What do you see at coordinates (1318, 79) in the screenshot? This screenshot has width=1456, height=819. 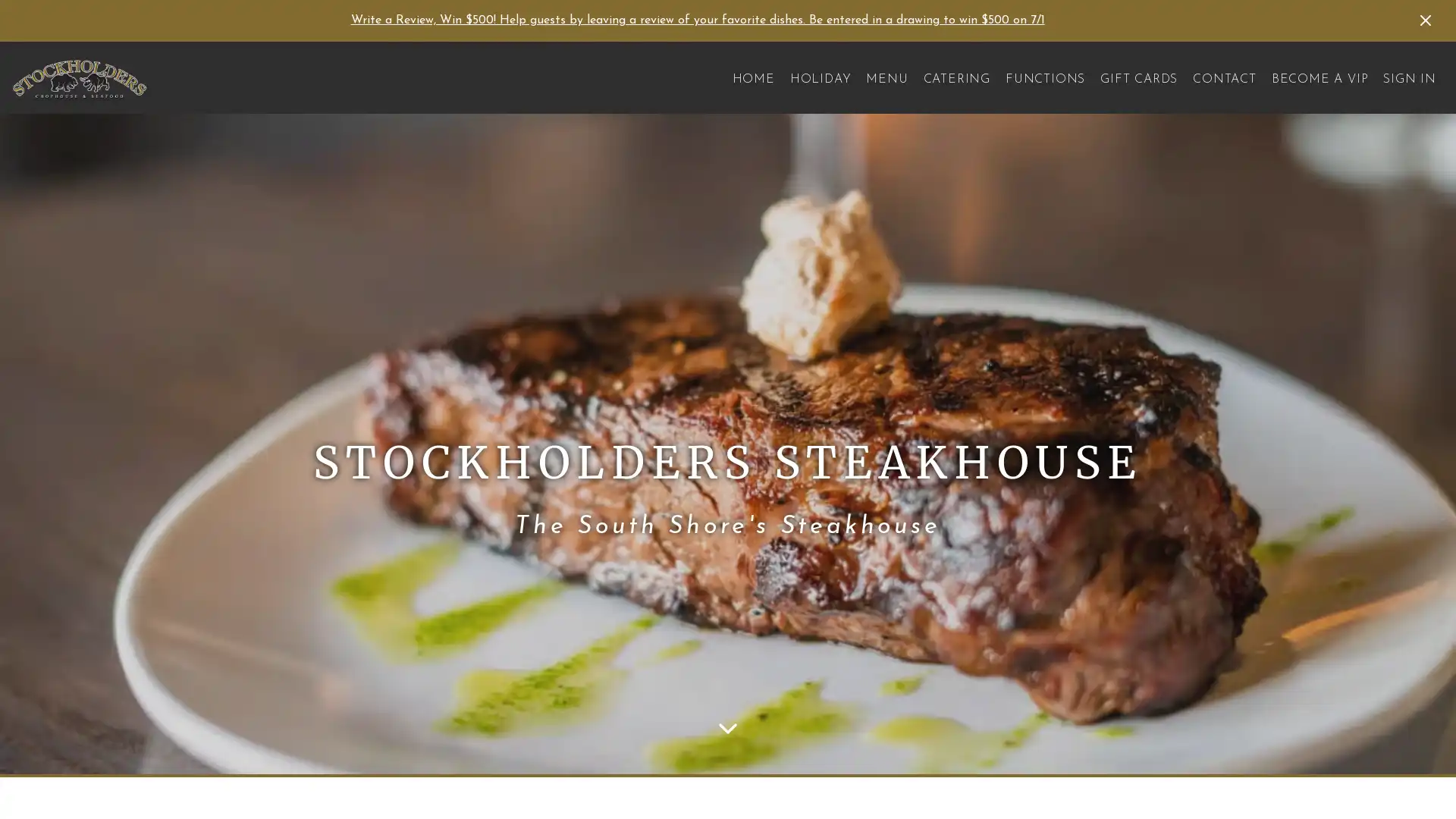 I see `BECOME A VIP` at bounding box center [1318, 79].